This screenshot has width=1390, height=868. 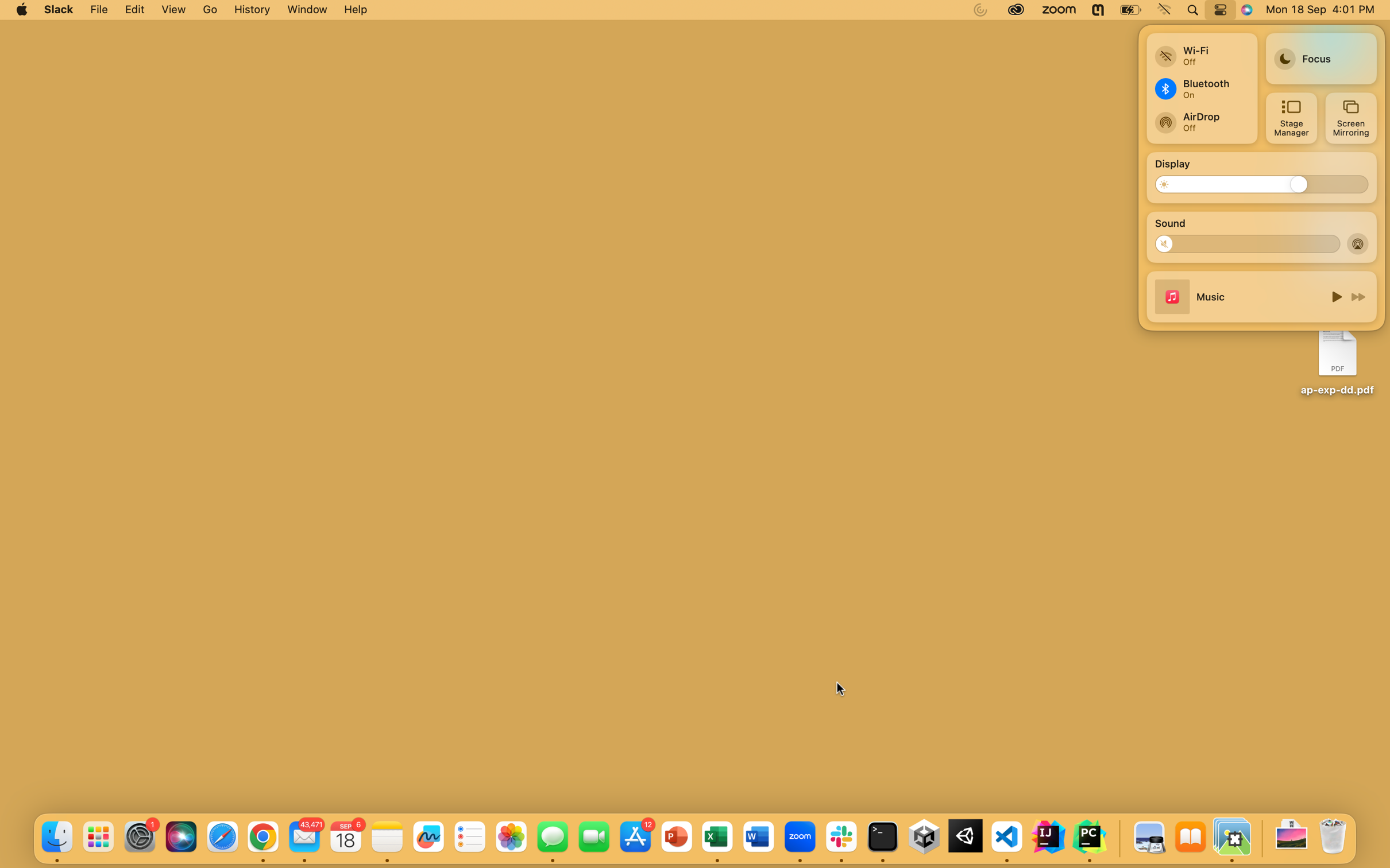 What do you see at coordinates (1334, 296) in the screenshot?
I see `Begin playing the song displayed and advance to the subsequent track` at bounding box center [1334, 296].